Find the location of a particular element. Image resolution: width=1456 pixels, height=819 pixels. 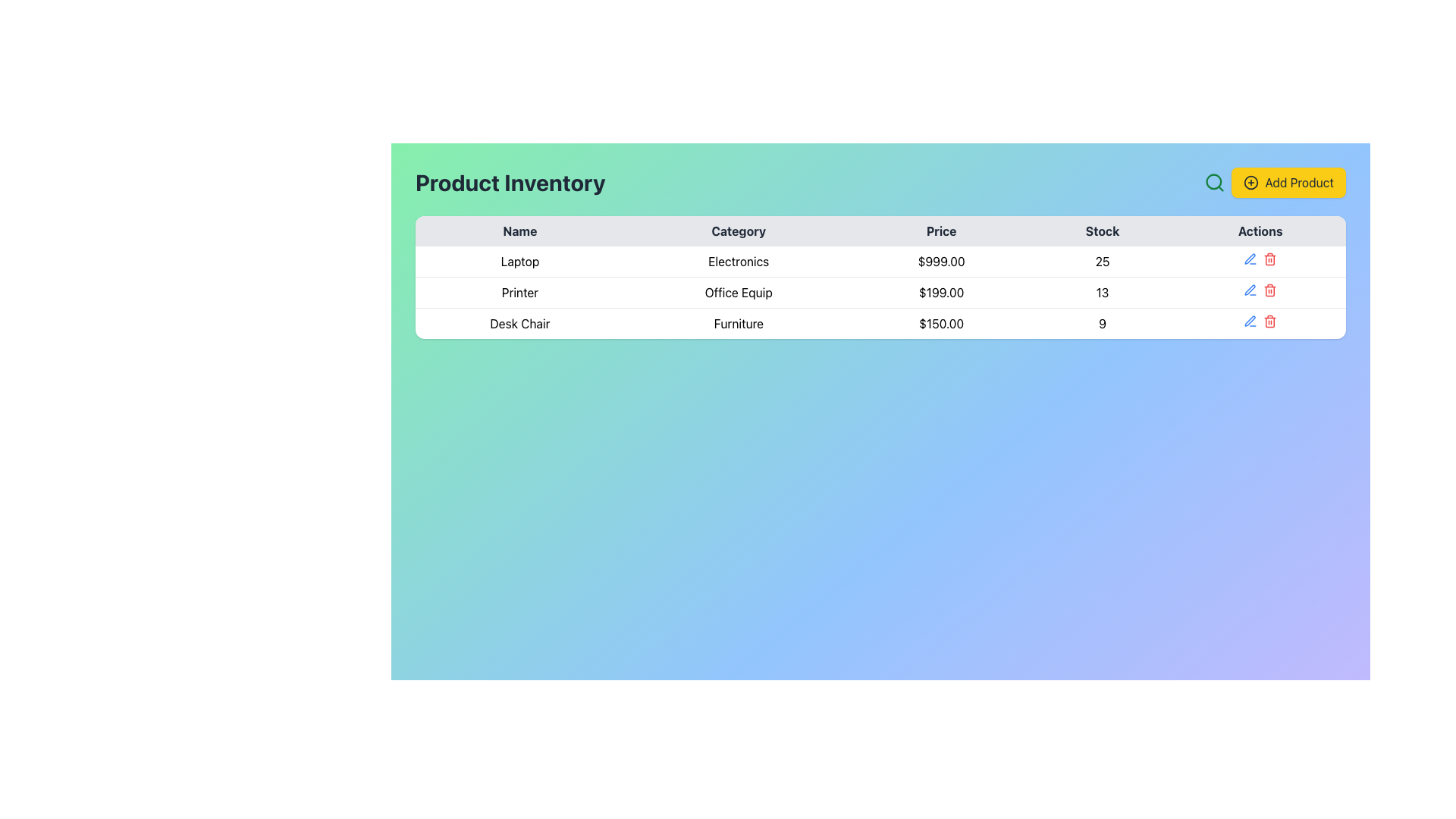

the button is located at coordinates (1274, 181).